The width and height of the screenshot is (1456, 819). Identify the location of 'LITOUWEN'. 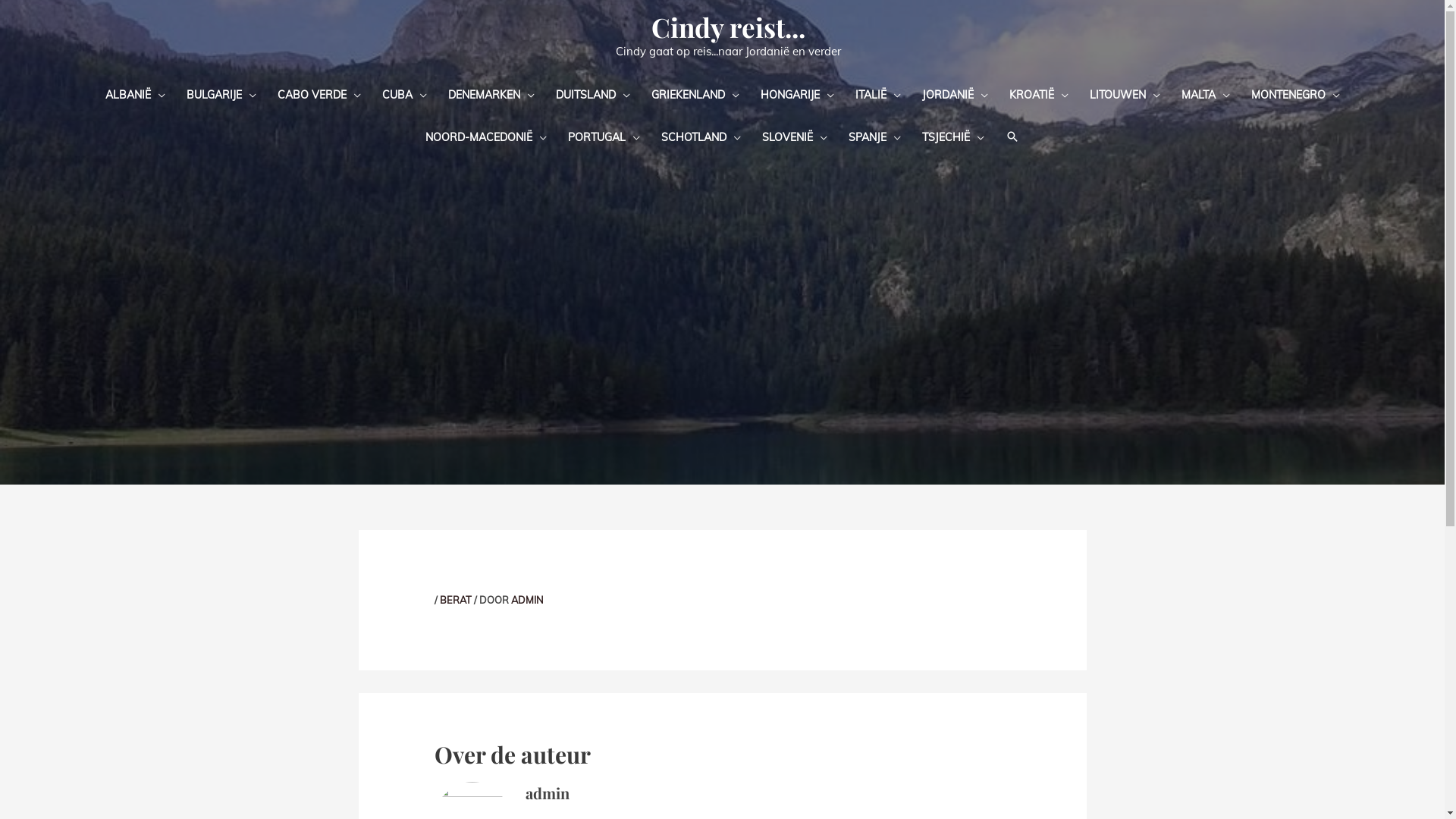
(1124, 93).